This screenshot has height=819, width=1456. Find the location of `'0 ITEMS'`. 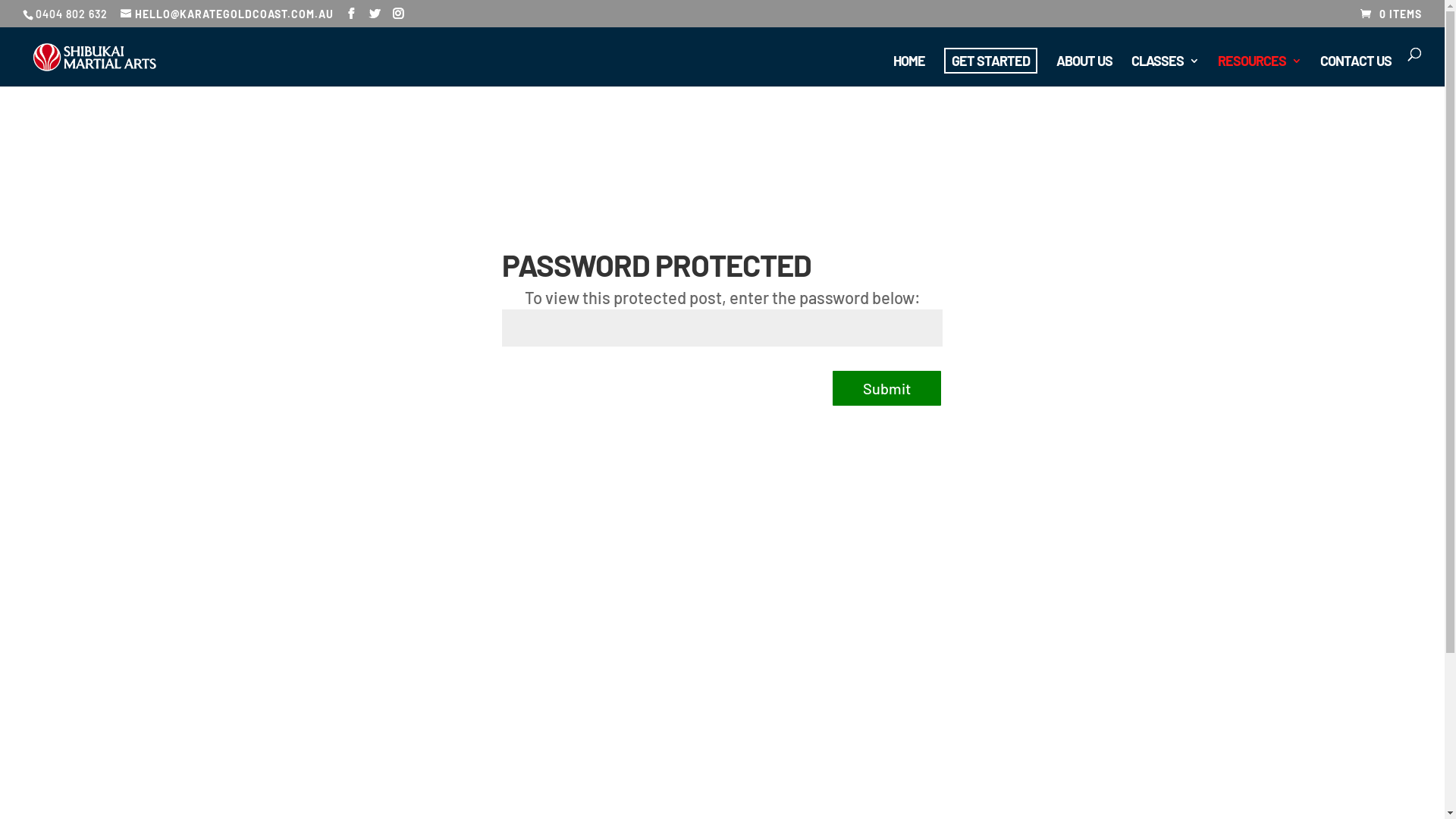

'0 ITEMS' is located at coordinates (1391, 14).